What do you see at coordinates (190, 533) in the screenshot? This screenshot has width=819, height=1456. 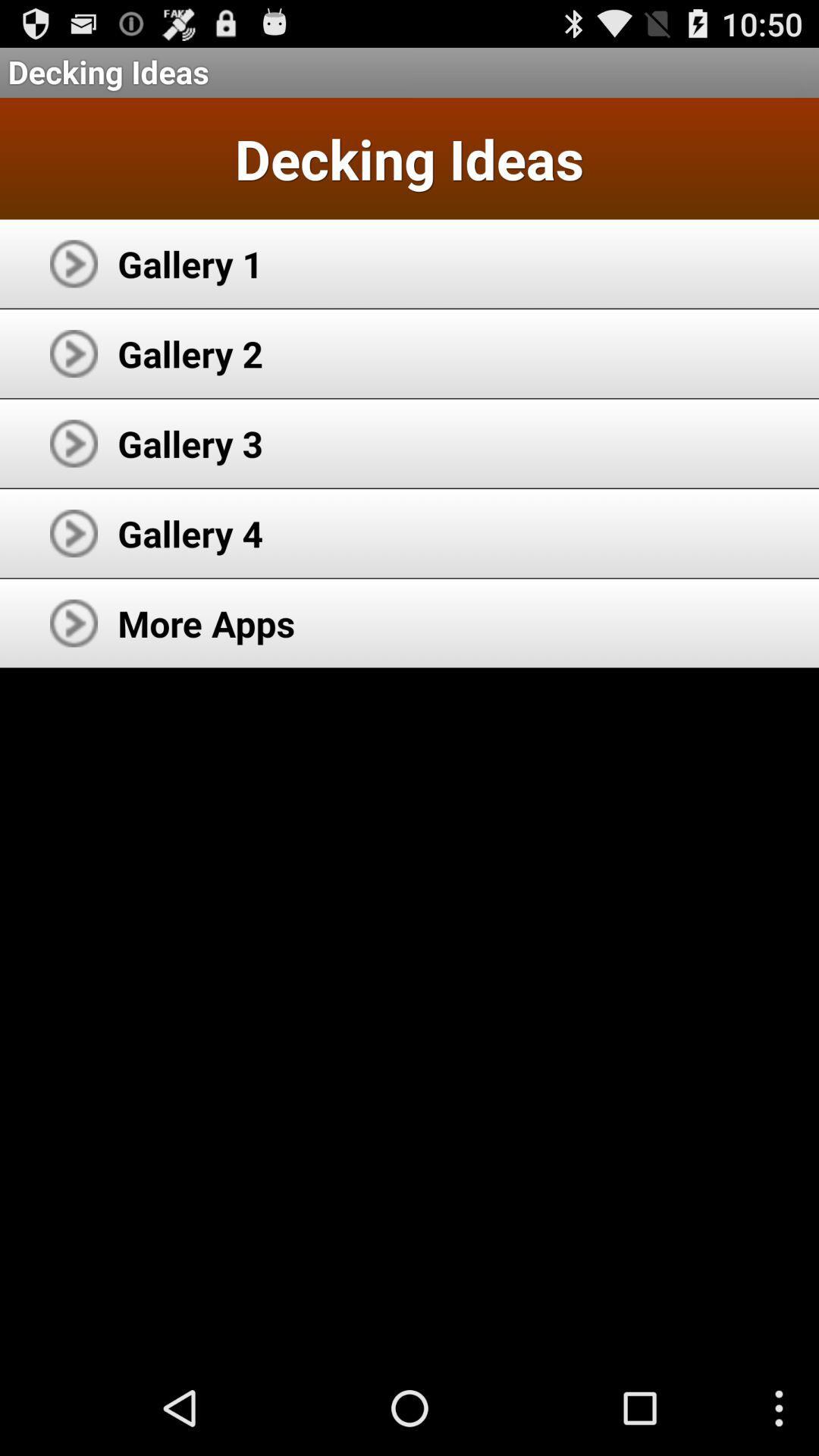 I see `gallery 4 item` at bounding box center [190, 533].